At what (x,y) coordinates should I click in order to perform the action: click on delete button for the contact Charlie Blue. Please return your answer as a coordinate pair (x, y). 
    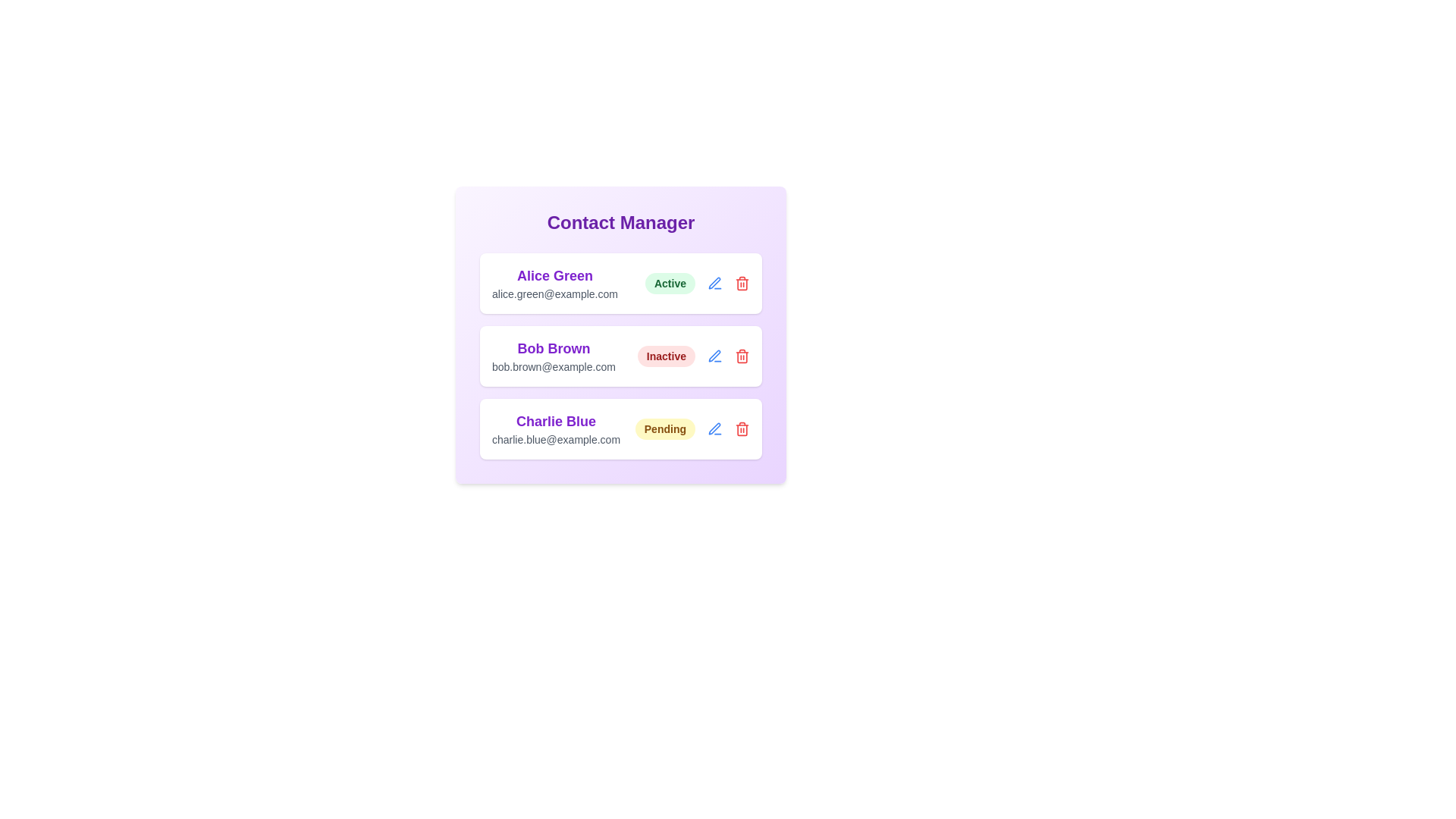
    Looking at the image, I should click on (742, 429).